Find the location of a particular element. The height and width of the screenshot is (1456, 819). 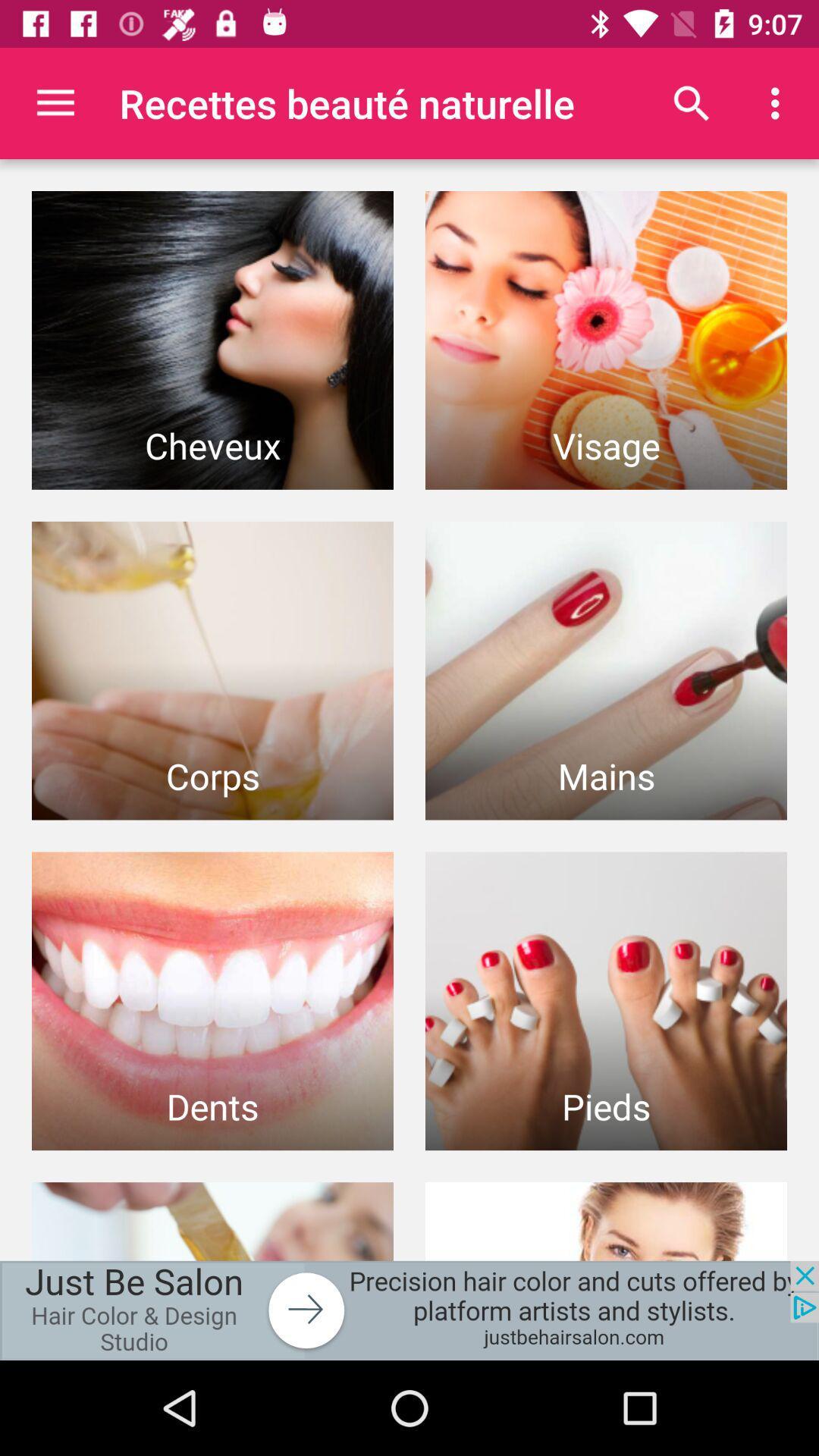

the add is located at coordinates (409, 1310).